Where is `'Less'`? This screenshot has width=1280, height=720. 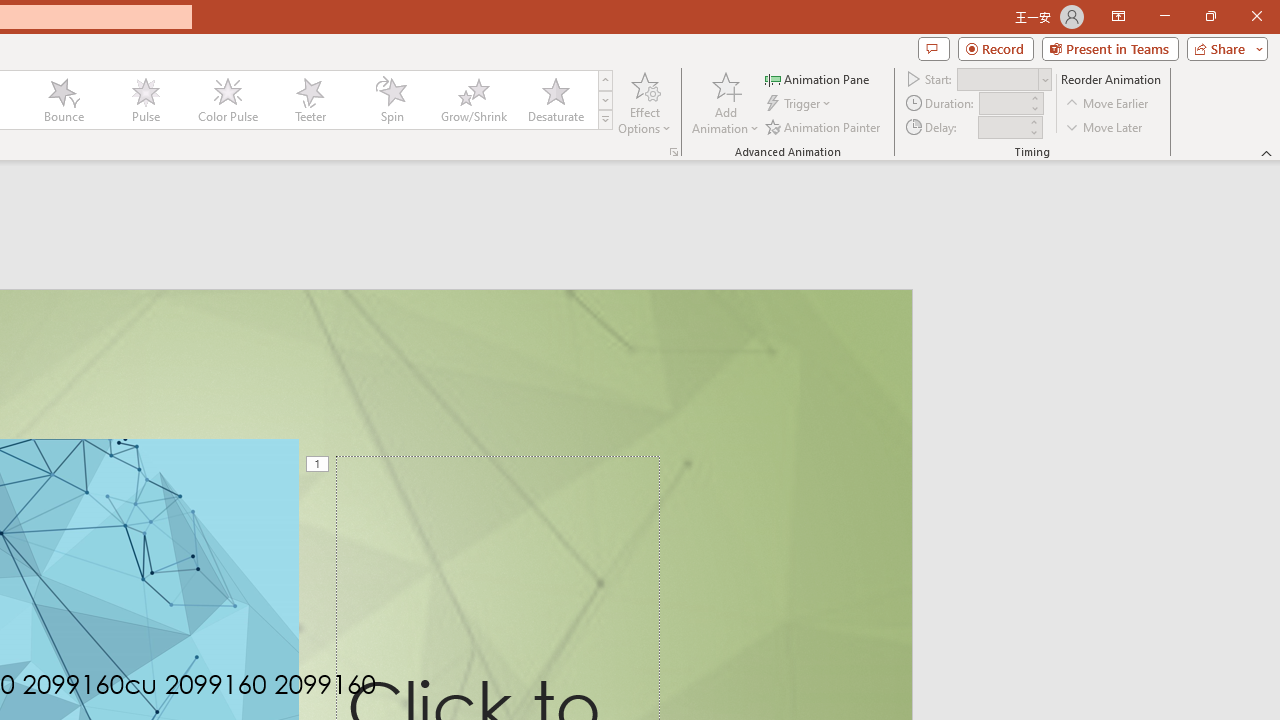 'Less' is located at coordinates (1033, 132).